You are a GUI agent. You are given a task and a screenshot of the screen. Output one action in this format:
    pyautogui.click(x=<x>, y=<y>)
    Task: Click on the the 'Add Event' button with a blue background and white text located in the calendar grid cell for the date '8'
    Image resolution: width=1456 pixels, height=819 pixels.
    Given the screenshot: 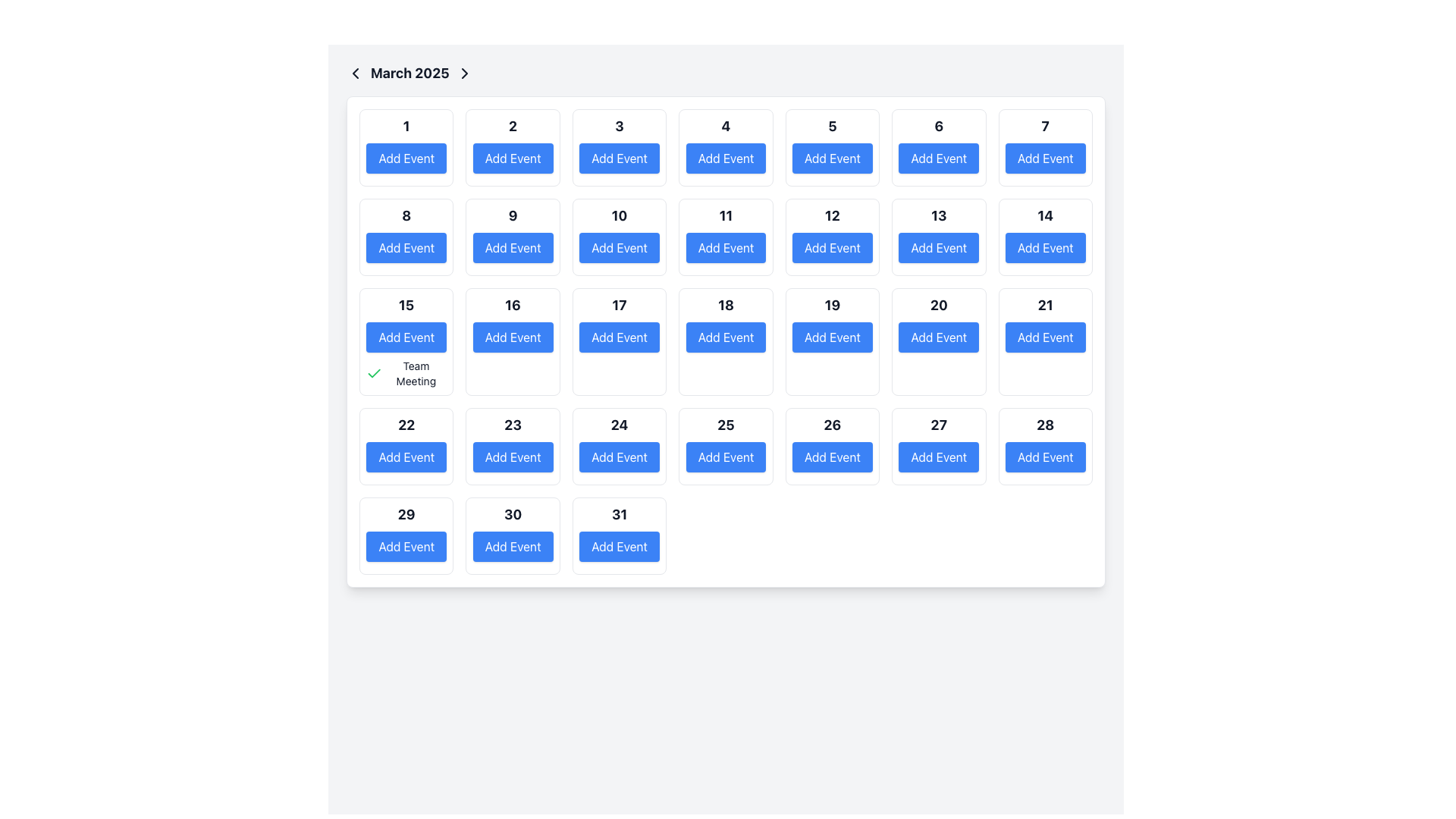 What is the action you would take?
    pyautogui.click(x=406, y=247)
    